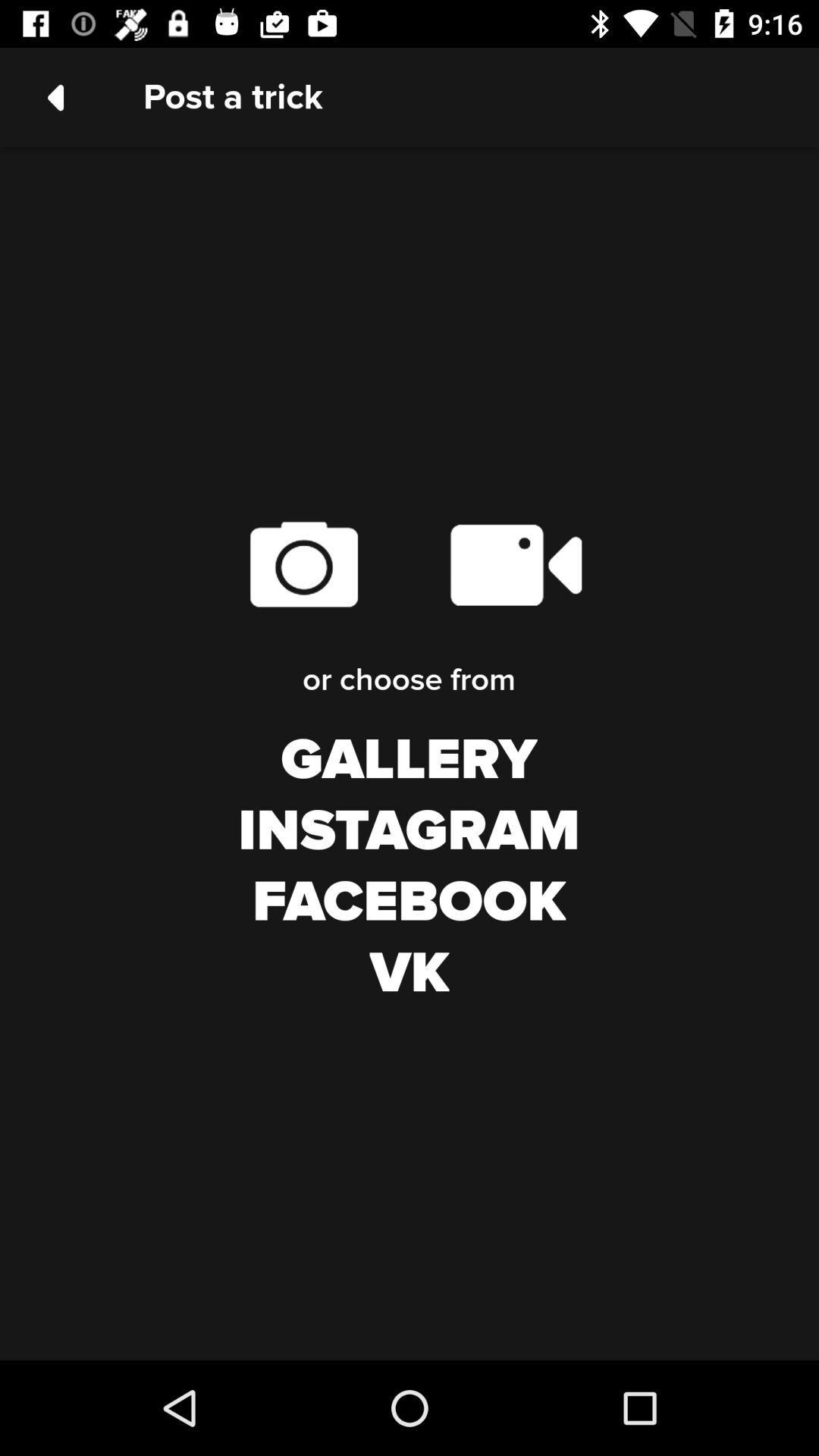 This screenshot has width=819, height=1456. What do you see at coordinates (408, 830) in the screenshot?
I see `the instagram item` at bounding box center [408, 830].